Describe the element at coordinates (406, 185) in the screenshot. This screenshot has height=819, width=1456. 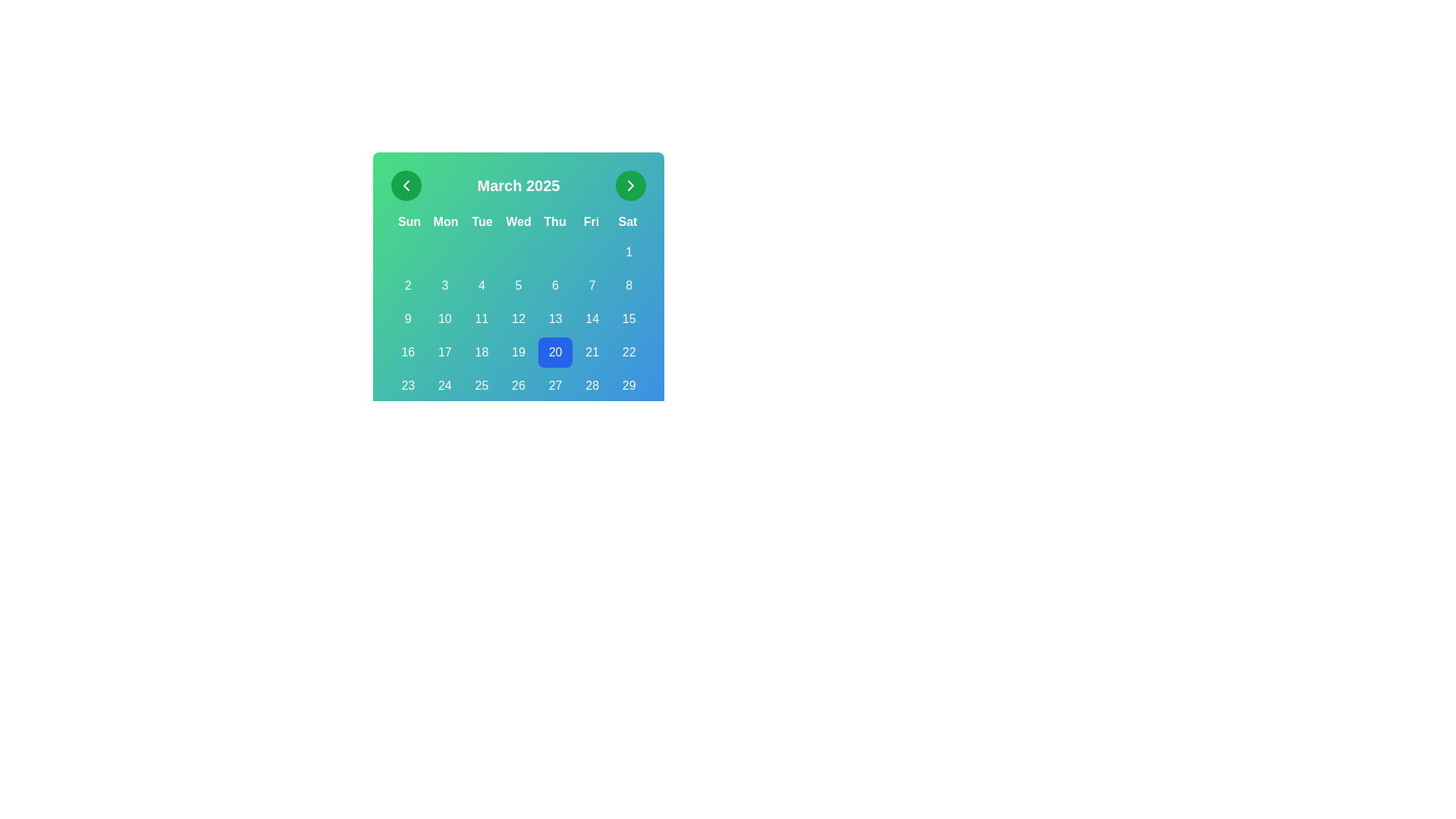
I see `the navigation button for the previous month located on the far-left side of the header containing 'March 2025'` at that location.